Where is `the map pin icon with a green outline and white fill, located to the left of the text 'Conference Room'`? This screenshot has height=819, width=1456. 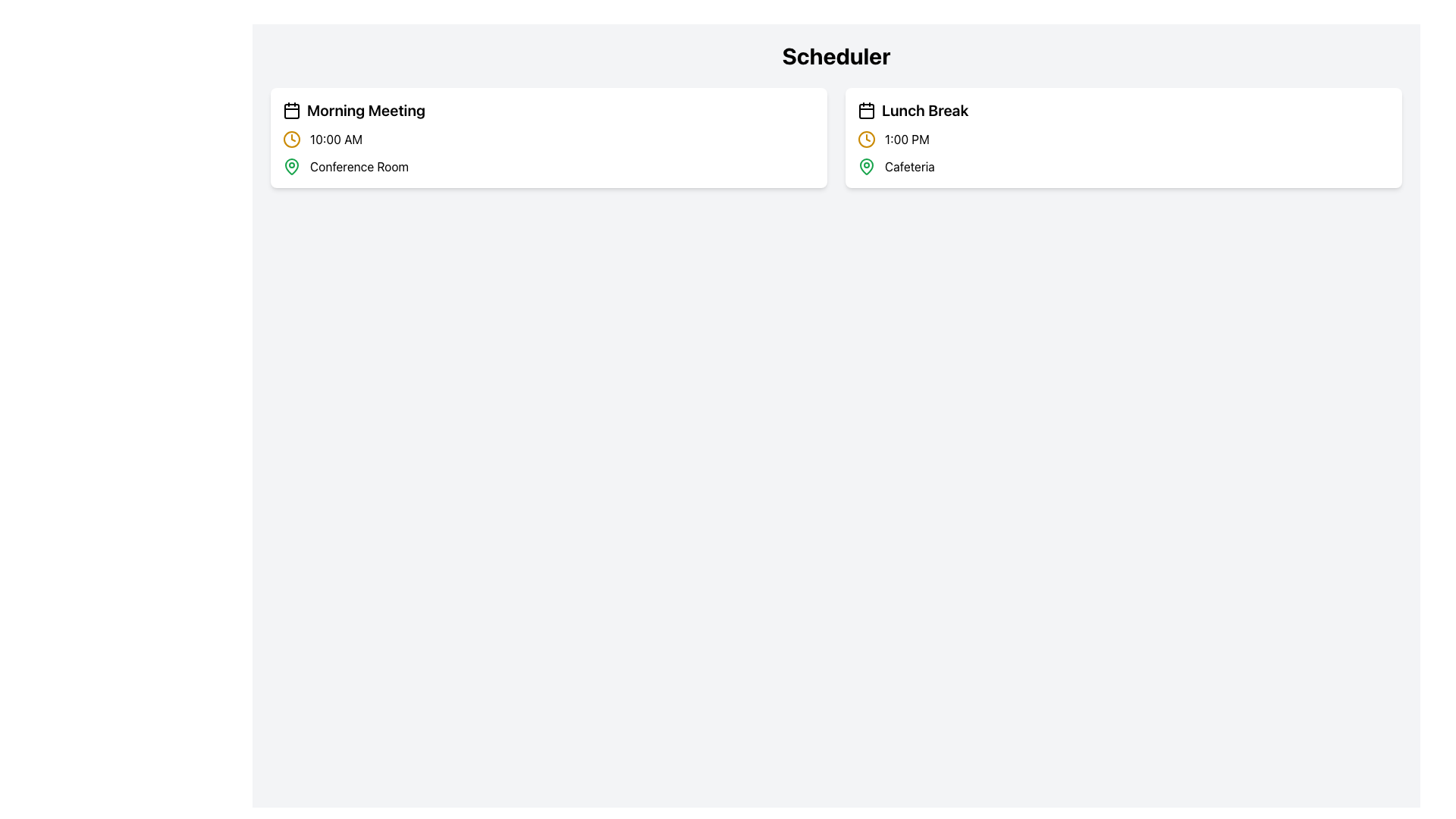 the map pin icon with a green outline and white fill, located to the left of the text 'Conference Room' is located at coordinates (291, 166).